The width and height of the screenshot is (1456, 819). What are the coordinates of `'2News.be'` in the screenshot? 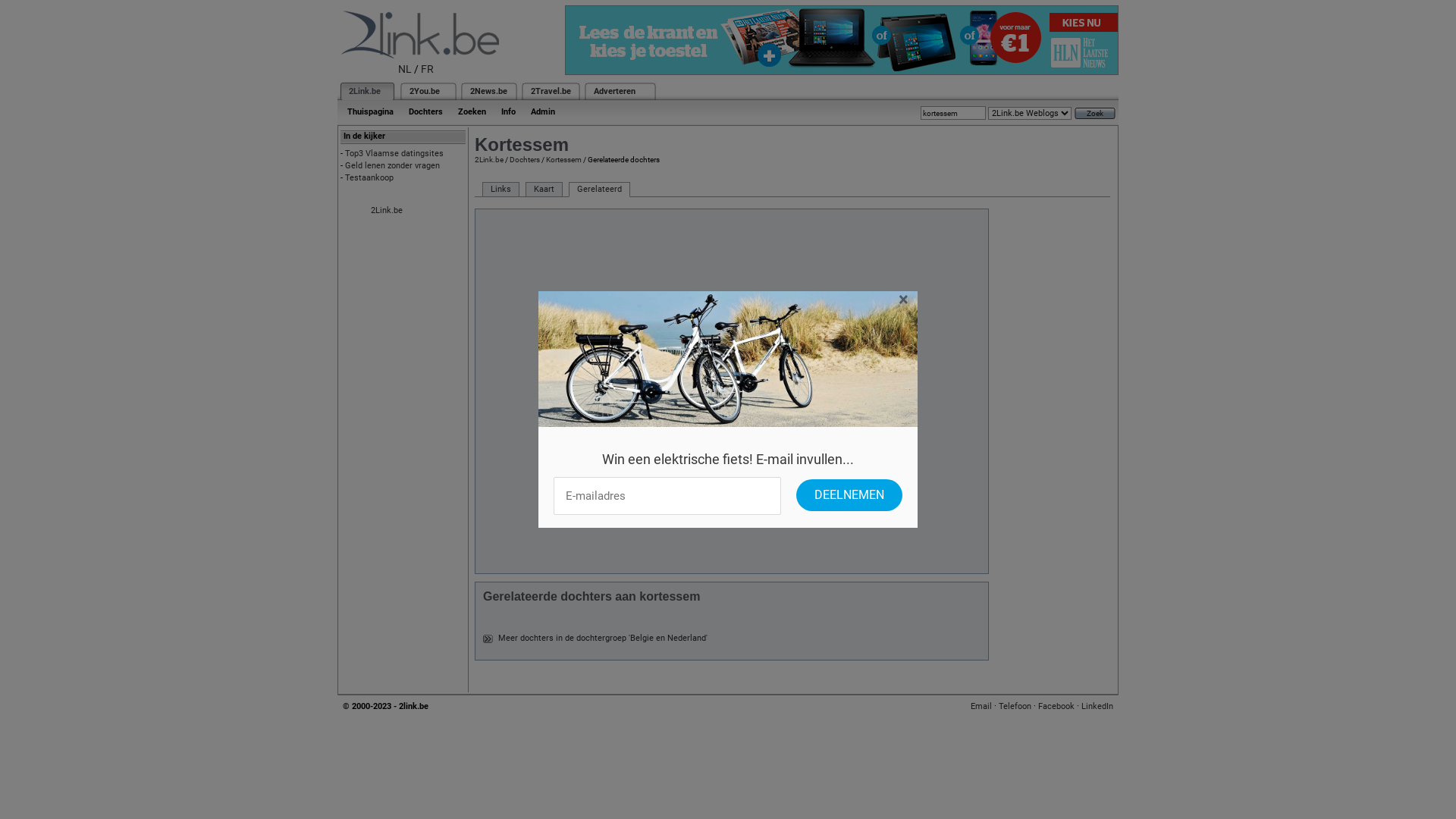 It's located at (488, 91).